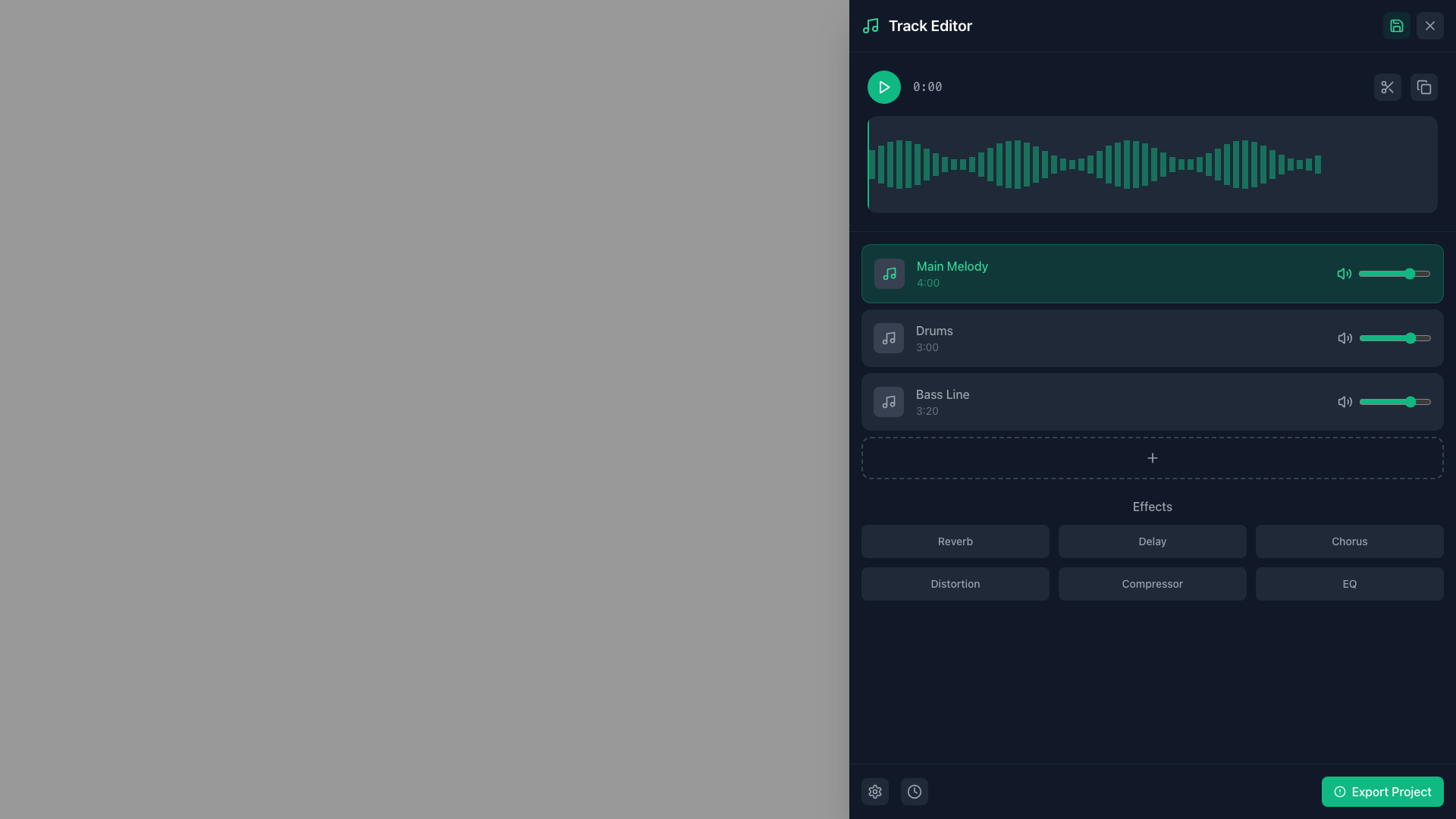 Image resolution: width=1456 pixels, height=819 pixels. Describe the element at coordinates (1117, 164) in the screenshot. I see `the 29th vertical waveform bar with a transparent emerald green background in the Track Editor section` at that location.